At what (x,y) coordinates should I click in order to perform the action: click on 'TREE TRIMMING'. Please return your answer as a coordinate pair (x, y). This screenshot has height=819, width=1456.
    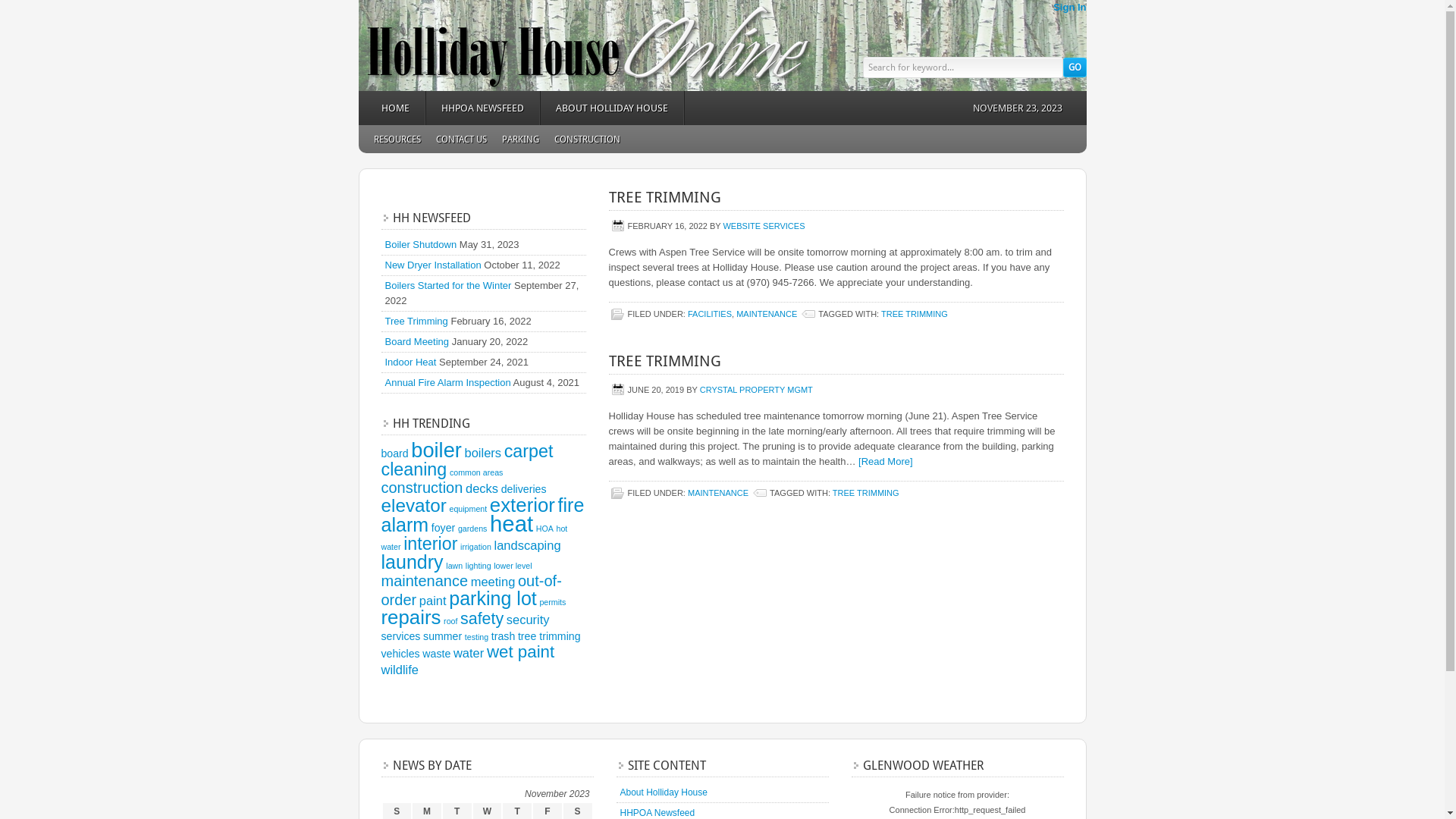
    Looking at the image, I should click on (832, 493).